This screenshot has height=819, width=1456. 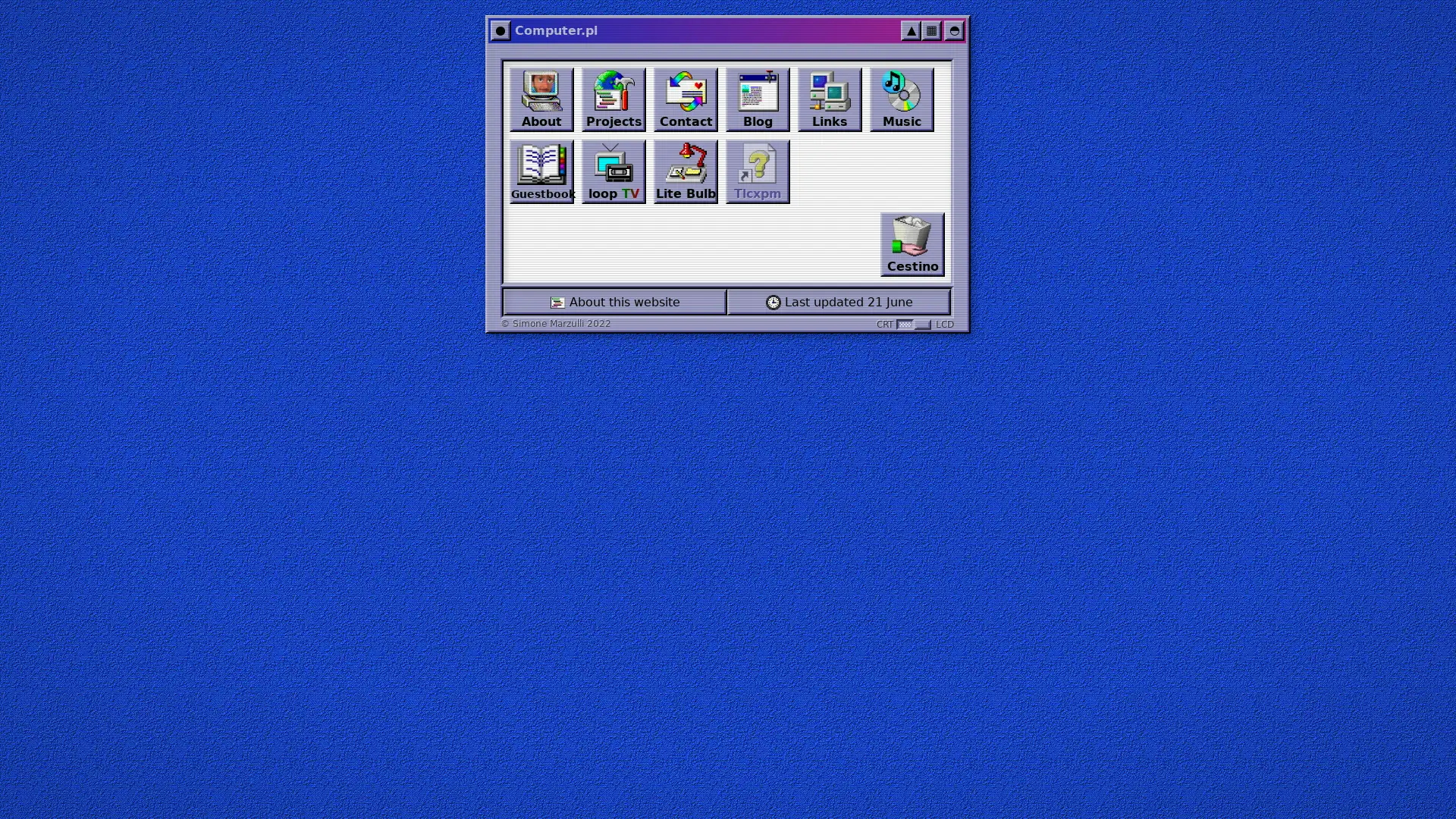 I want to click on code About this website, so click(x=615, y=302).